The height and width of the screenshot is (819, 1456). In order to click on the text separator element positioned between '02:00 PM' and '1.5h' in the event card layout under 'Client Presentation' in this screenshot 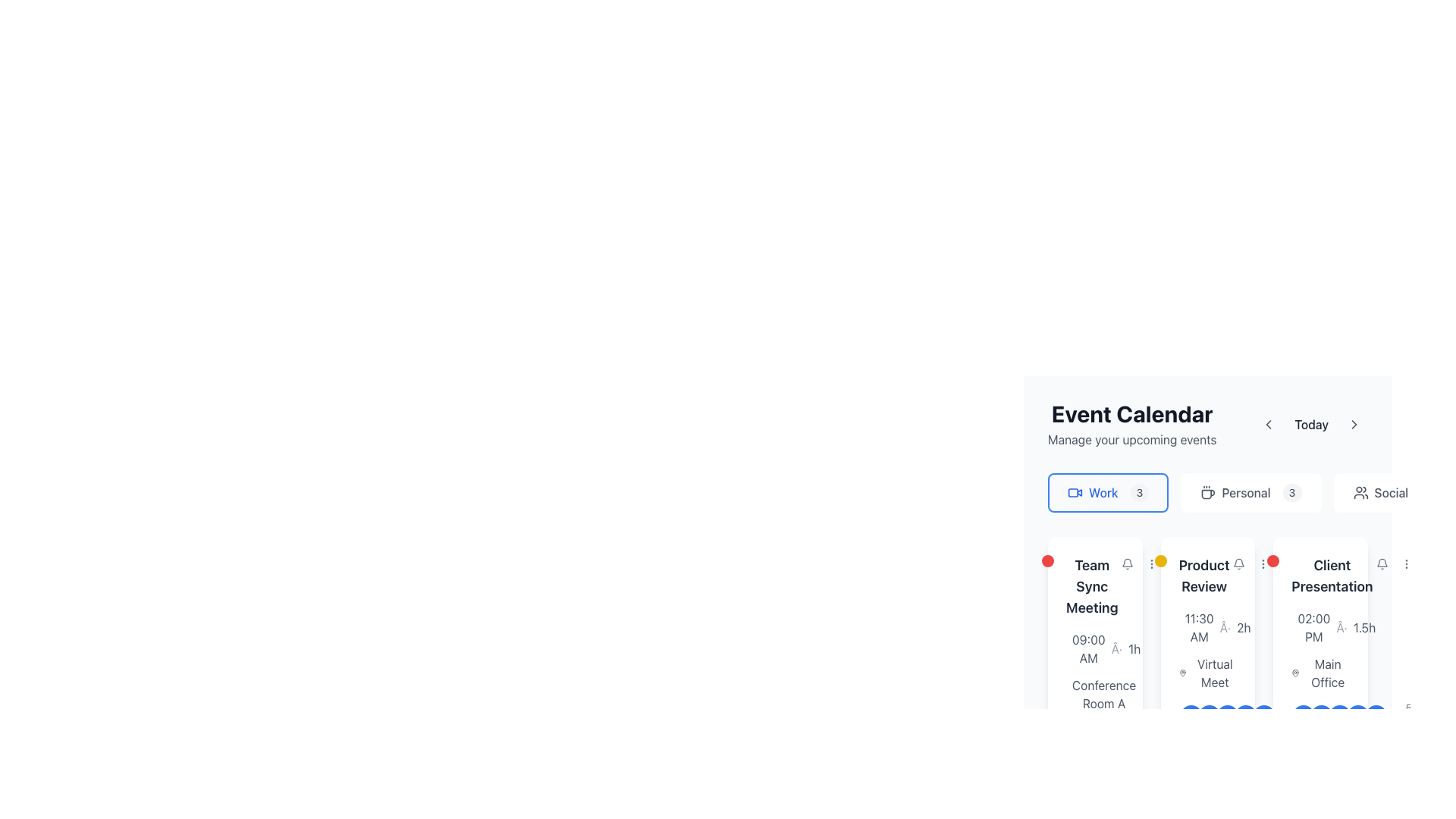, I will do `click(1341, 628)`.